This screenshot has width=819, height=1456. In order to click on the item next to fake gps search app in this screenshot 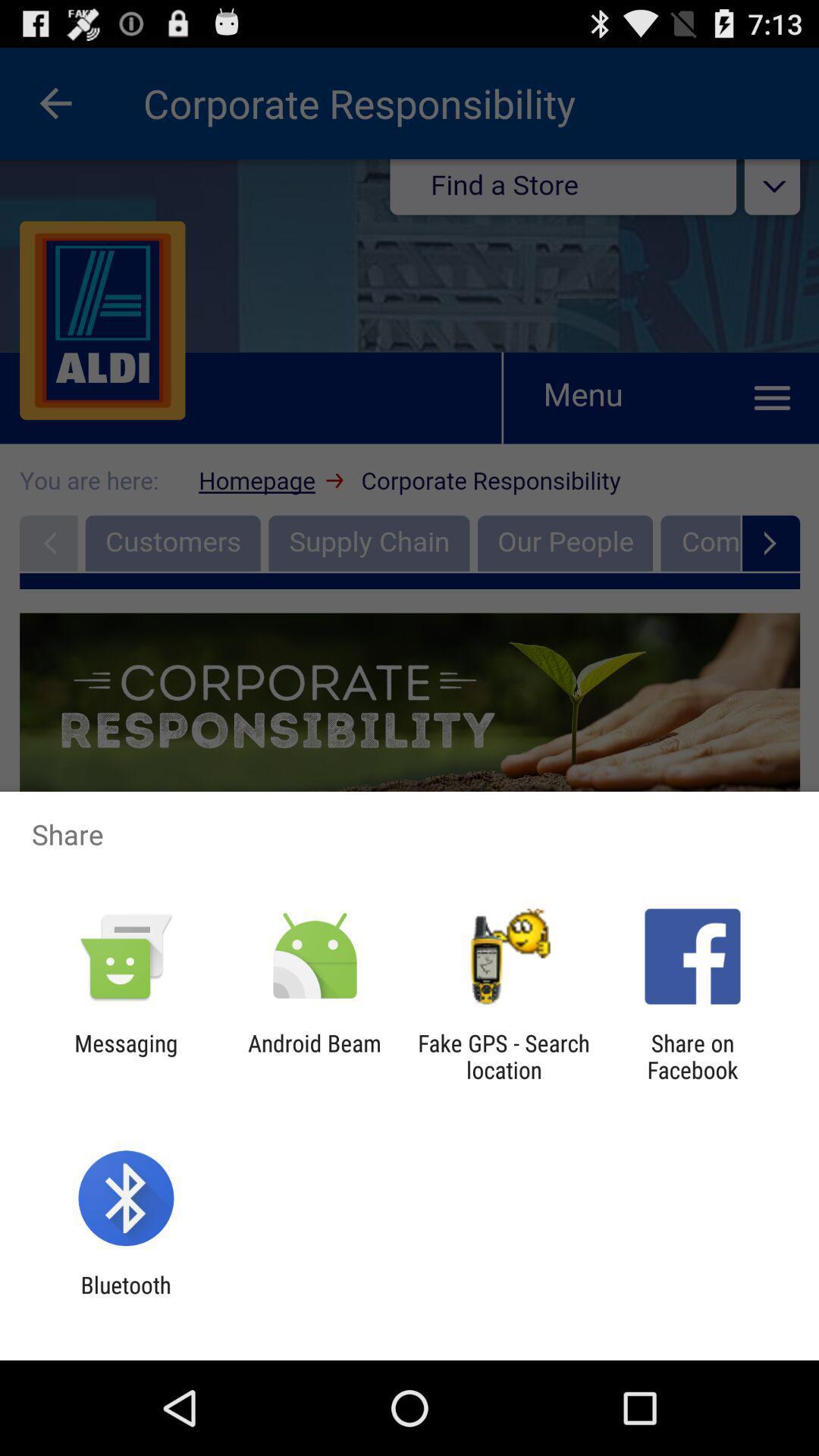, I will do `click(314, 1056)`.